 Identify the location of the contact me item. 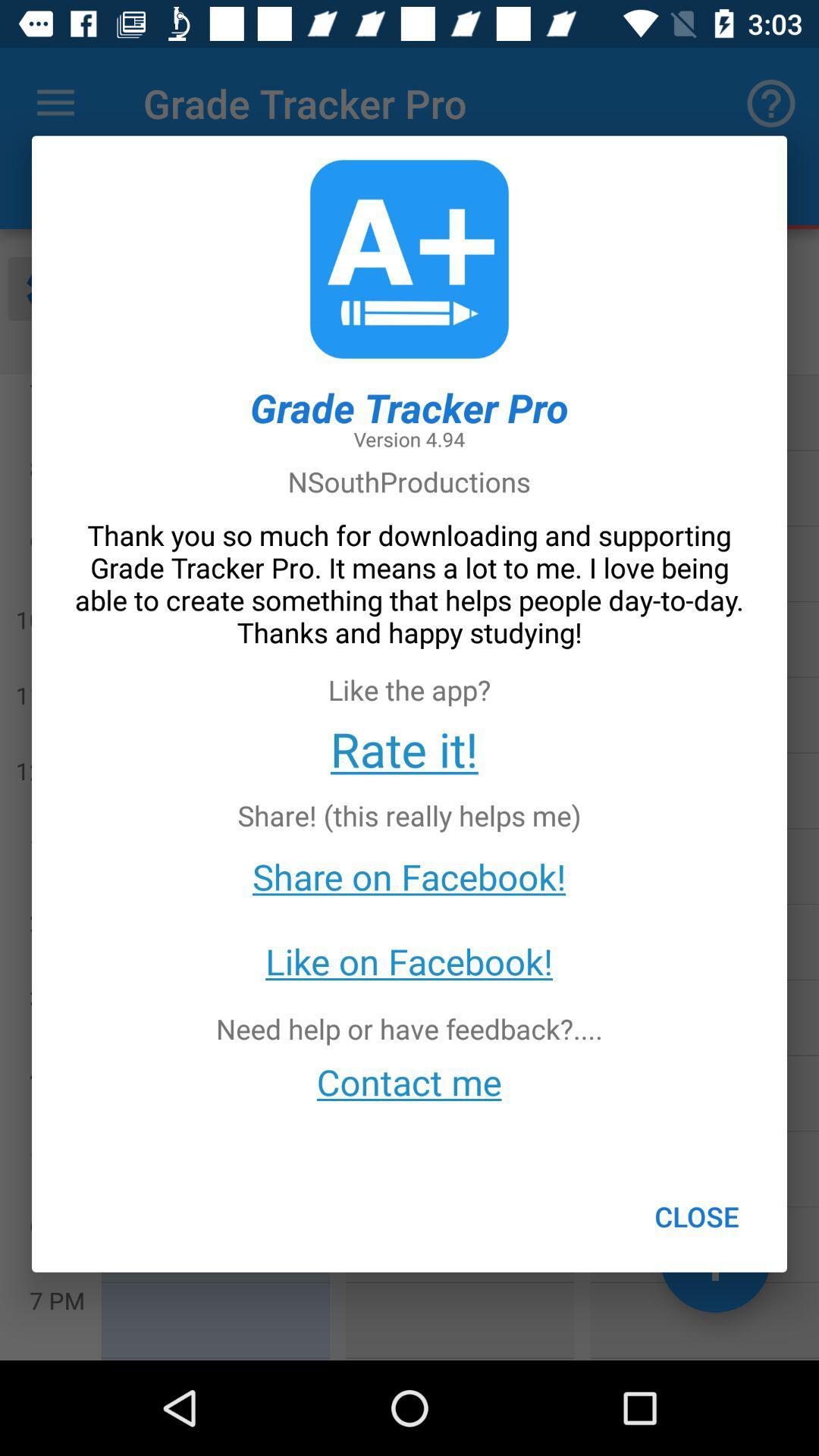
(408, 1081).